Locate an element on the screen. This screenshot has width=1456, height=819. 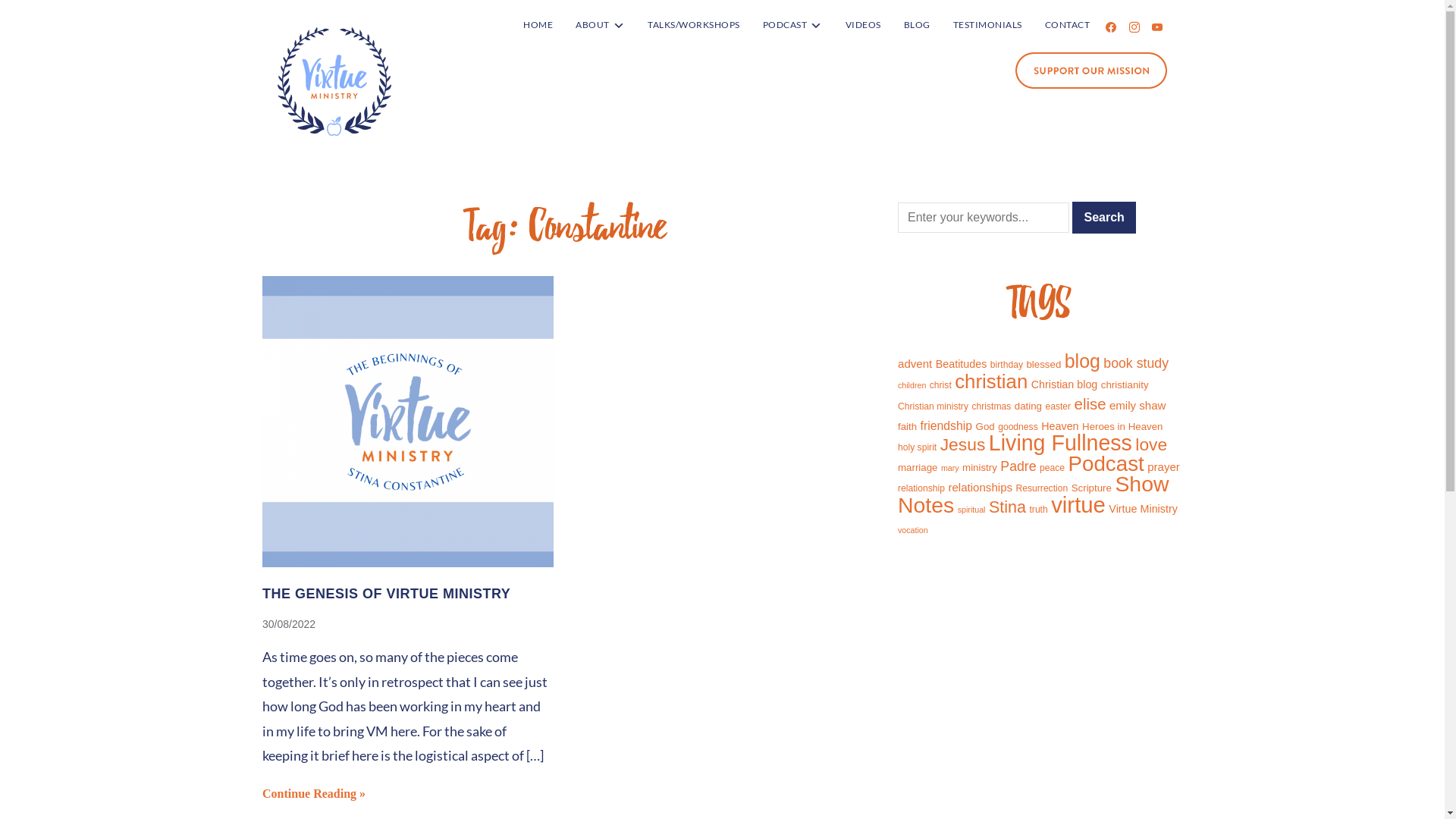
'Jesus' is located at coordinates (962, 444).